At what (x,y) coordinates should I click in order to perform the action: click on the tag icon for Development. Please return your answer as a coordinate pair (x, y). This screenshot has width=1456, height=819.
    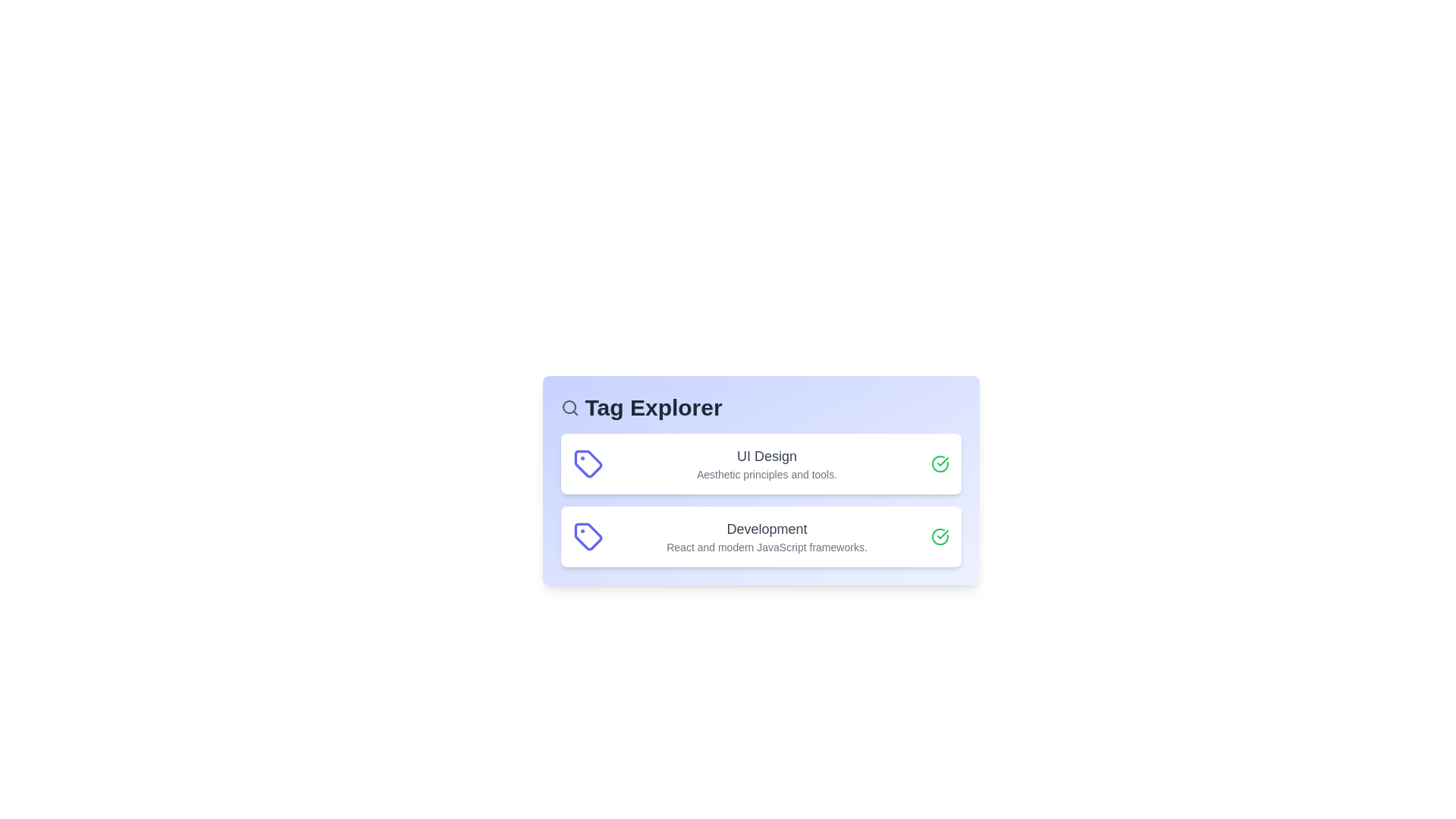
    Looking at the image, I should click on (587, 536).